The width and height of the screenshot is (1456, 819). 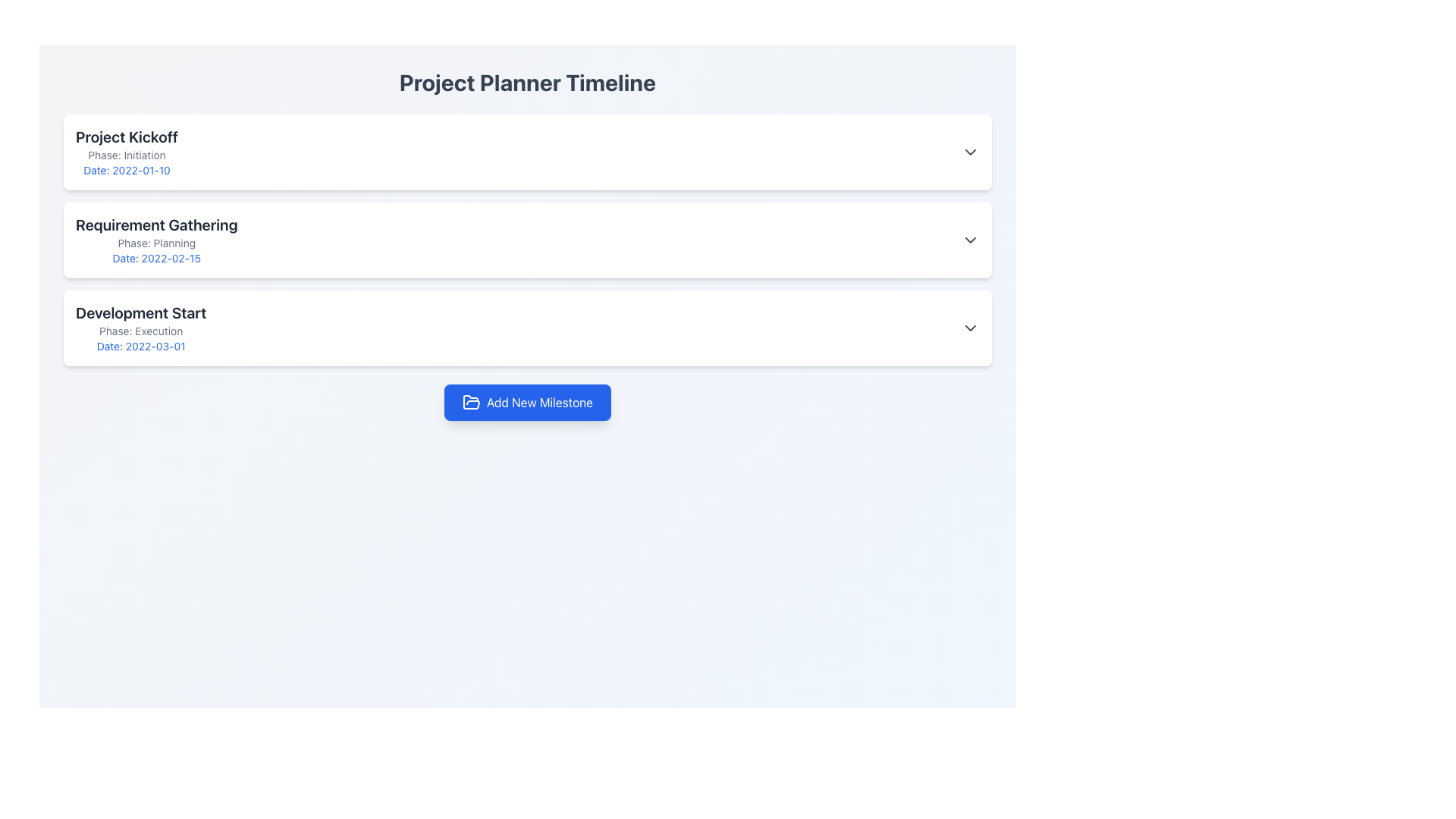 I want to click on the non-interactive text label displaying the date '2022-02-15' associated with the 'Requirement Gathering' milestone, so click(x=156, y=257).